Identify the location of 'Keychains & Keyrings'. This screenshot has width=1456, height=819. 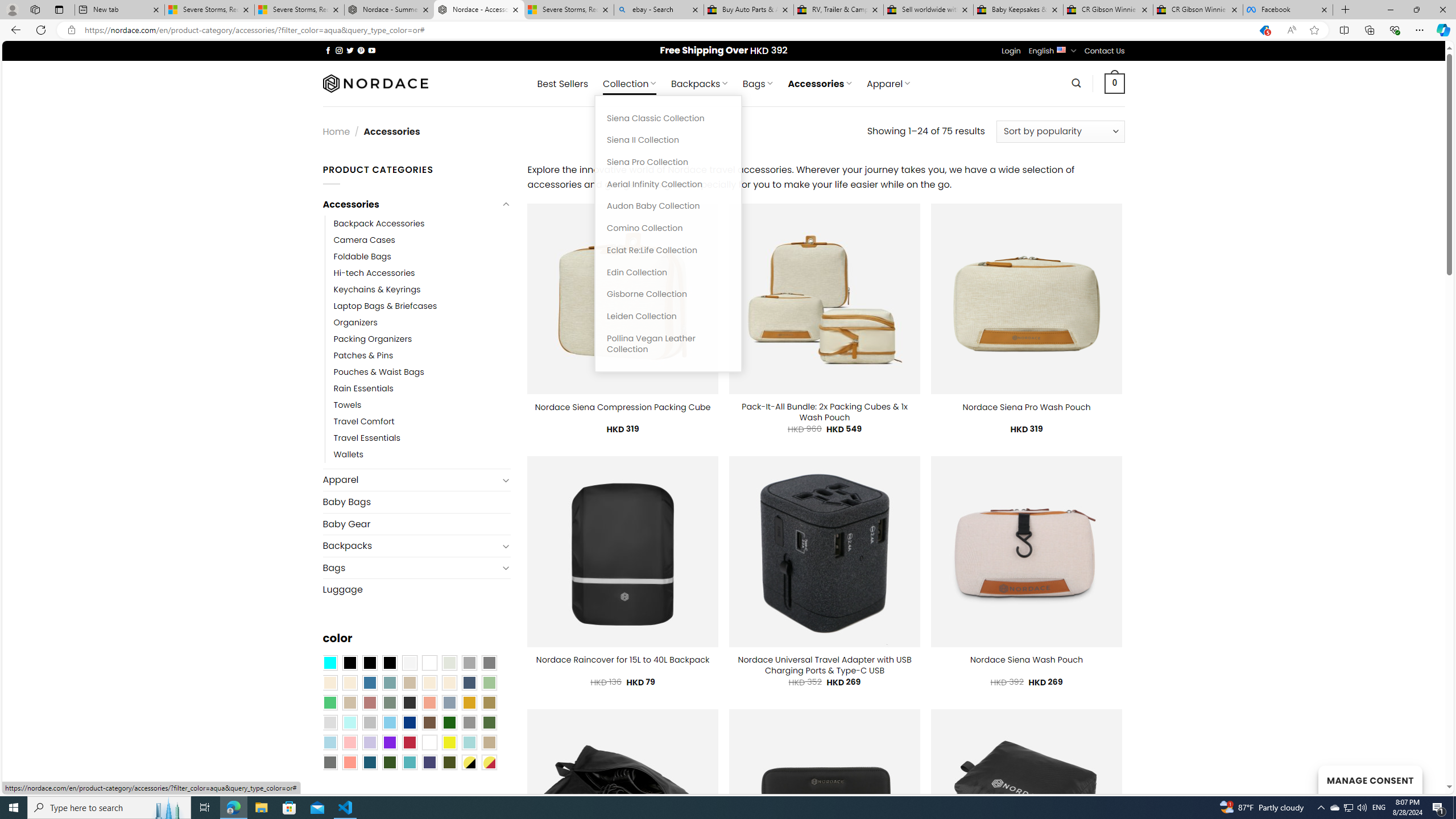
(421, 289).